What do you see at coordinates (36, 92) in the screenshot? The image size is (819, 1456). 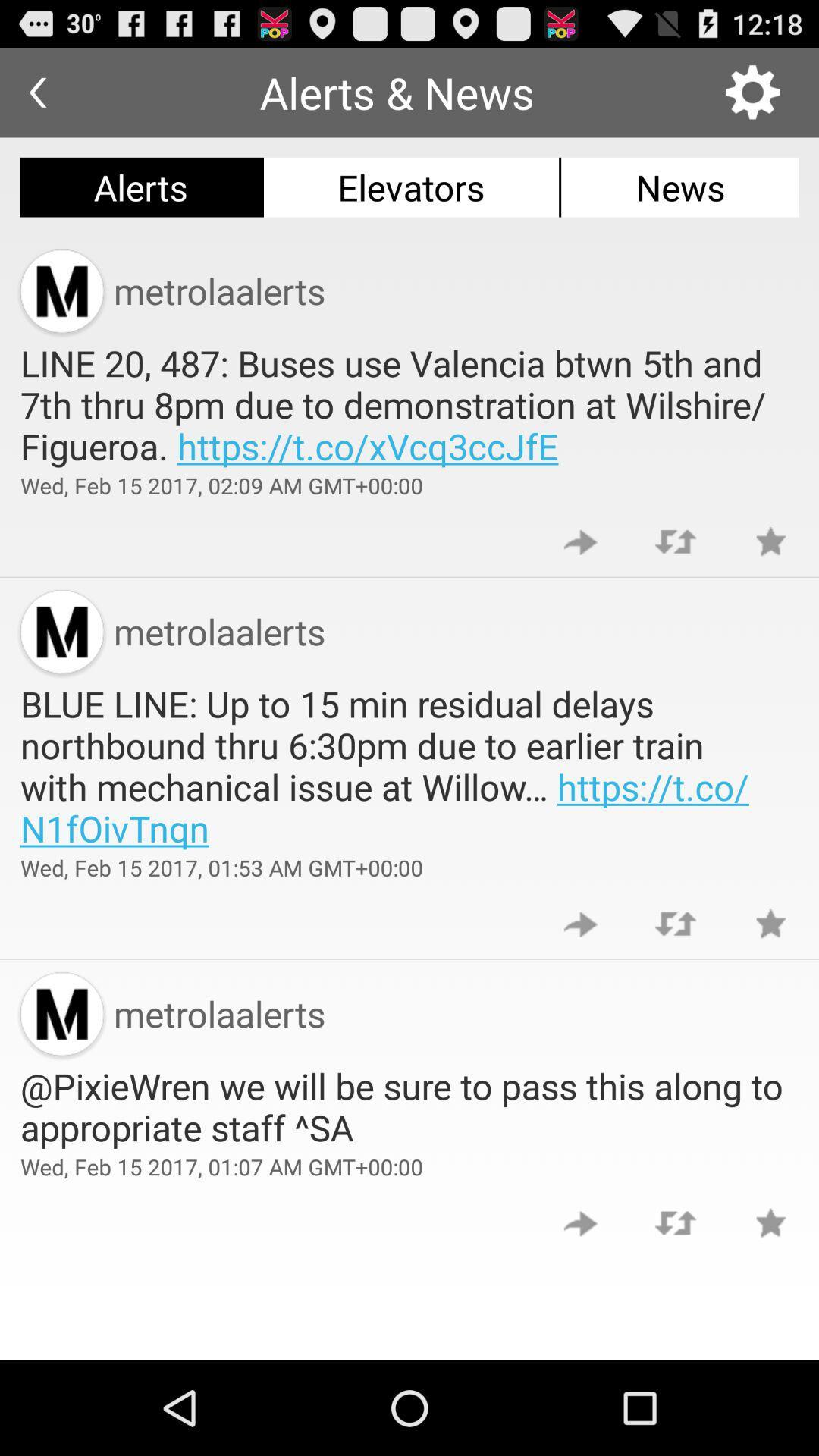 I see `the app next to the alerts & news item` at bounding box center [36, 92].